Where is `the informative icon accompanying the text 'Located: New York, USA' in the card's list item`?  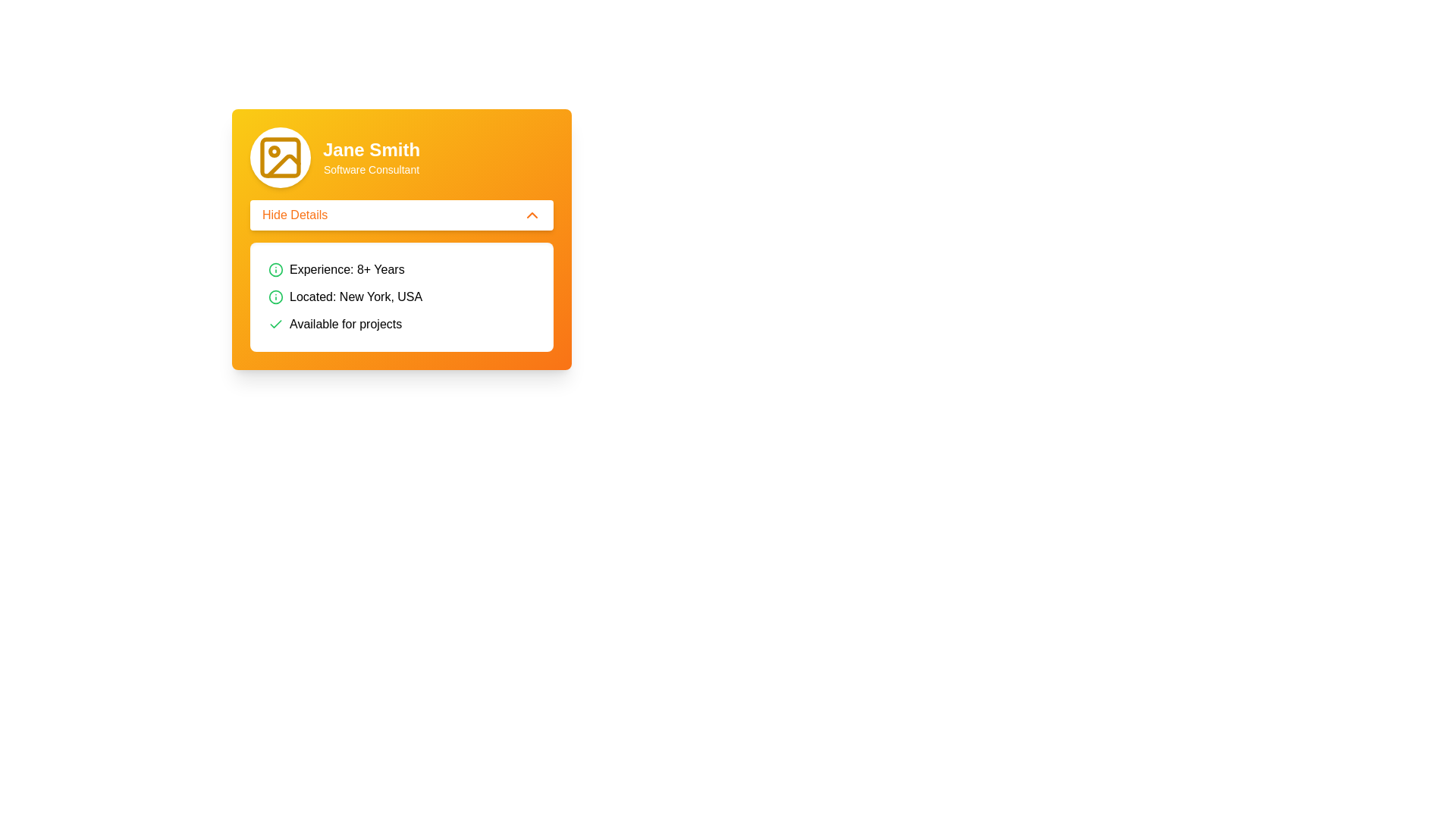
the informative icon accompanying the text 'Located: New York, USA' in the card's list item is located at coordinates (276, 297).